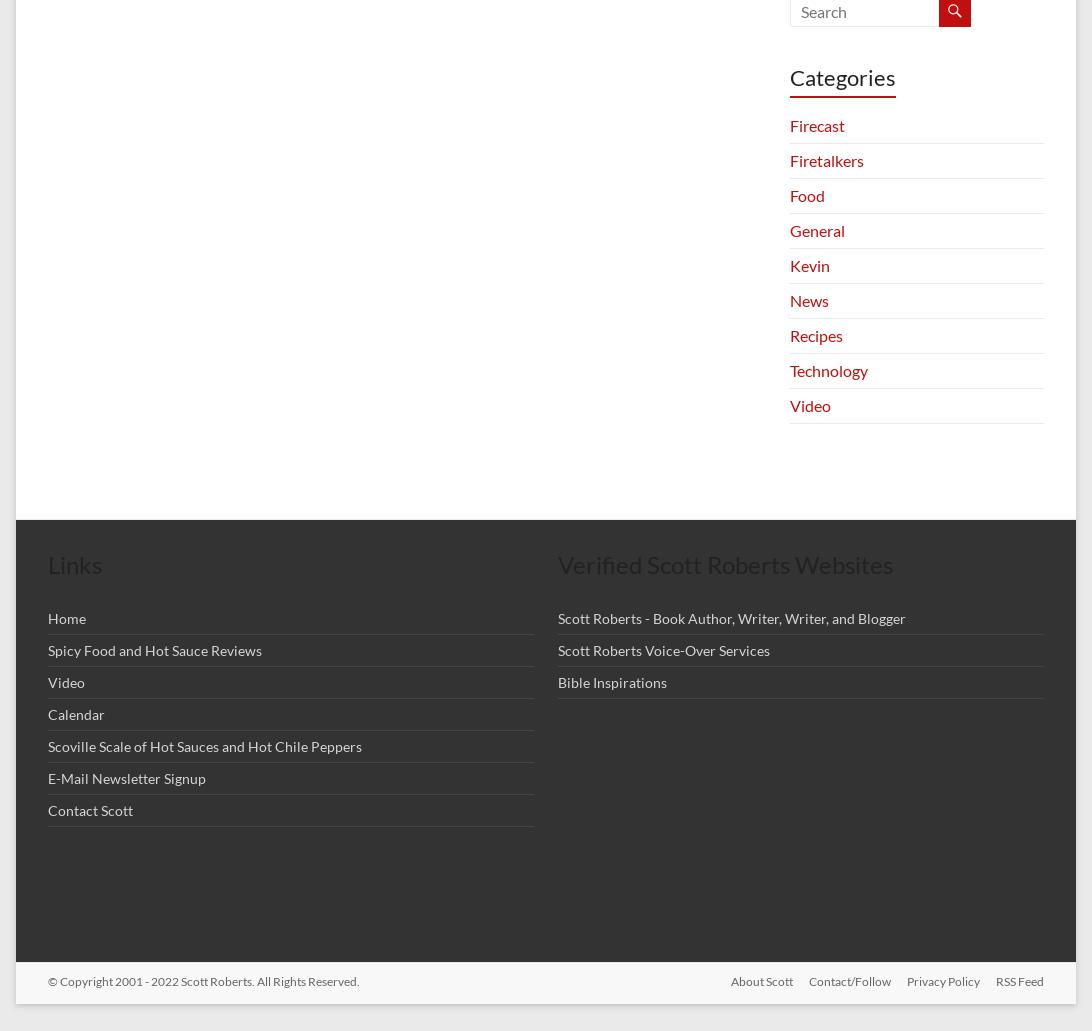  What do you see at coordinates (48, 777) in the screenshot?
I see `'E-Mail Newsletter Signup'` at bounding box center [48, 777].